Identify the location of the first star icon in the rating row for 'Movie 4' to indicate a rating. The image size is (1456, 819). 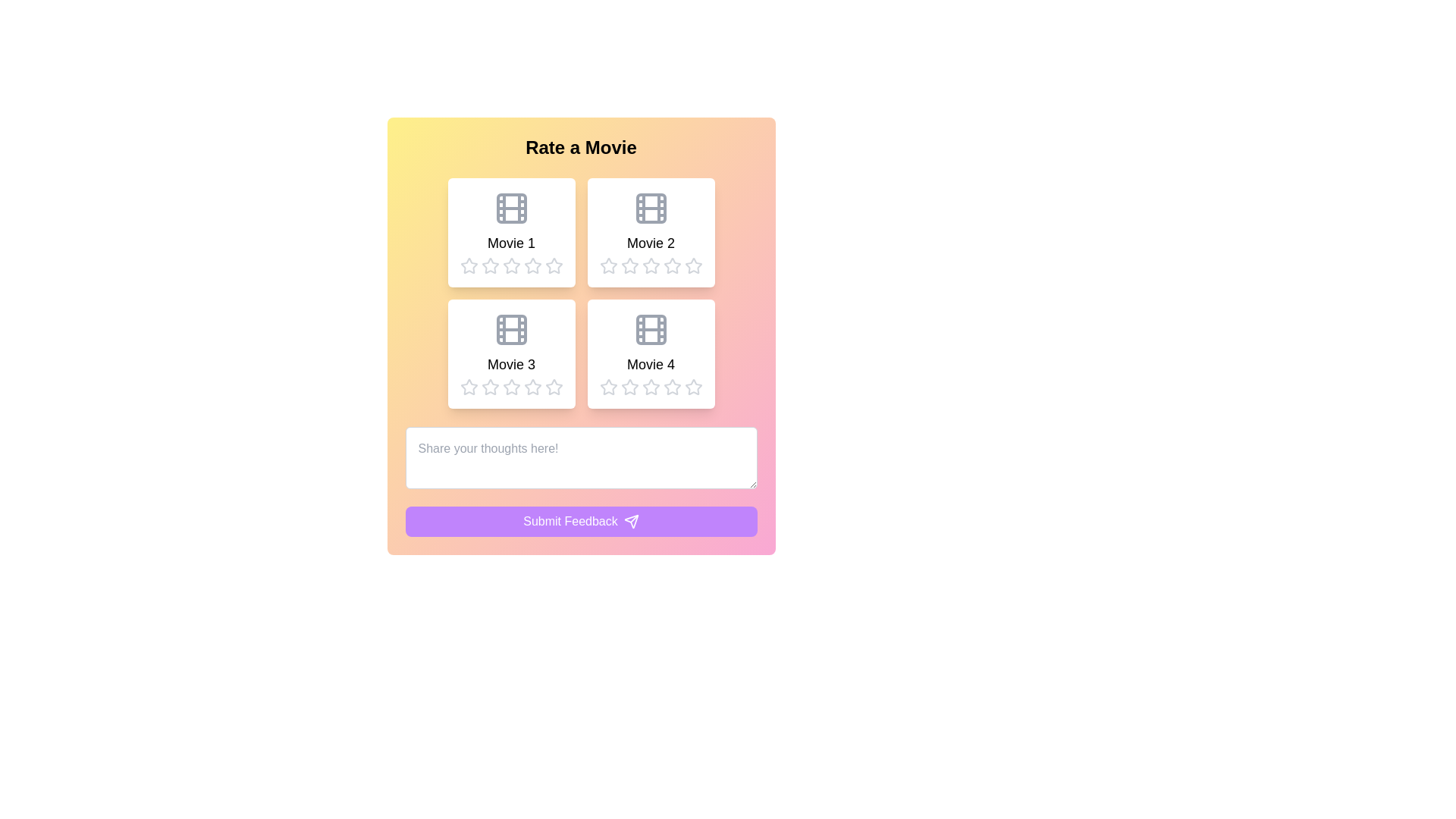
(608, 386).